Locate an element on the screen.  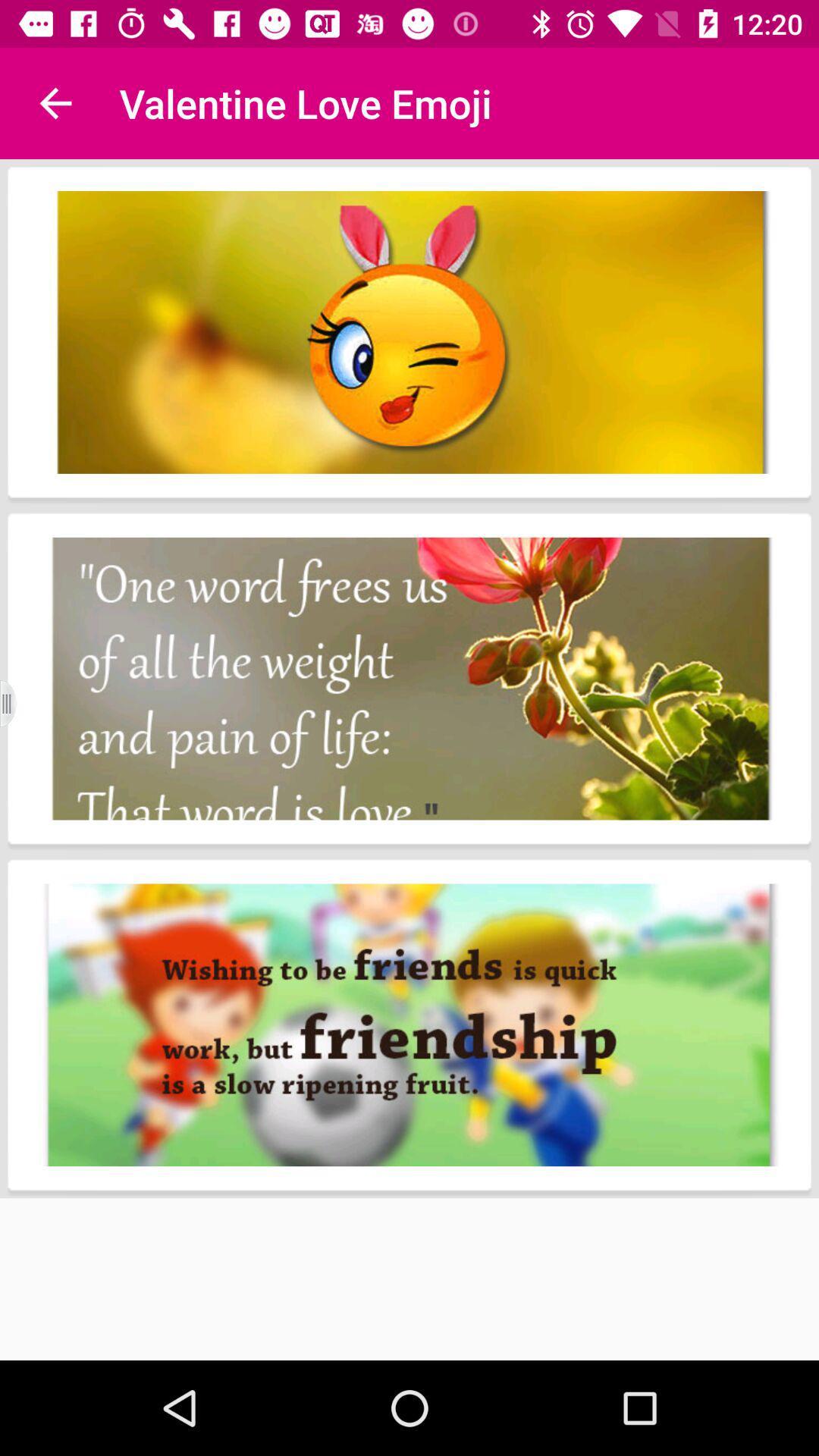
the item to the left of the valentine love emoji is located at coordinates (55, 102).